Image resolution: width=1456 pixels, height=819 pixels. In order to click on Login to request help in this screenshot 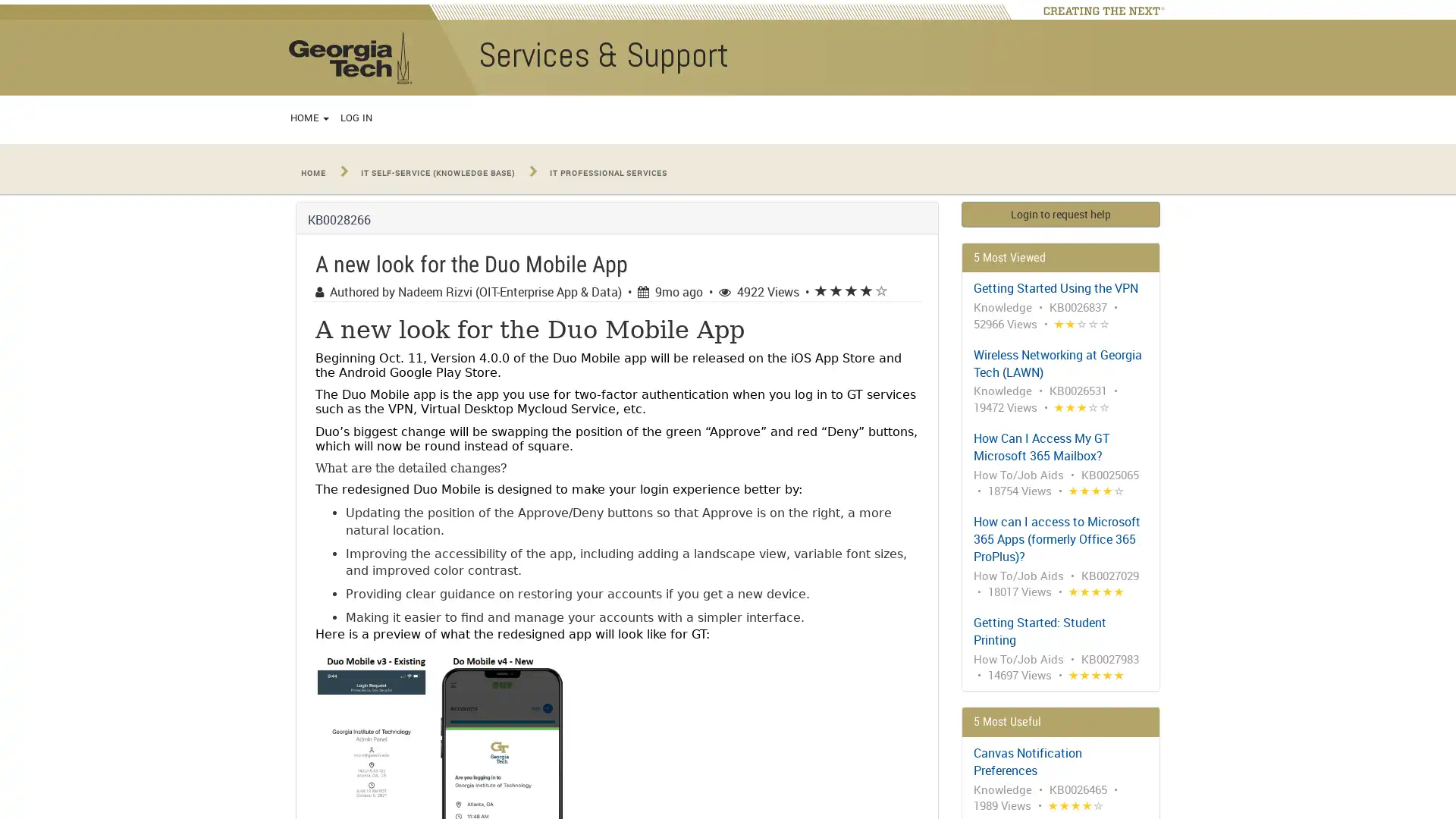, I will do `click(1059, 213)`.